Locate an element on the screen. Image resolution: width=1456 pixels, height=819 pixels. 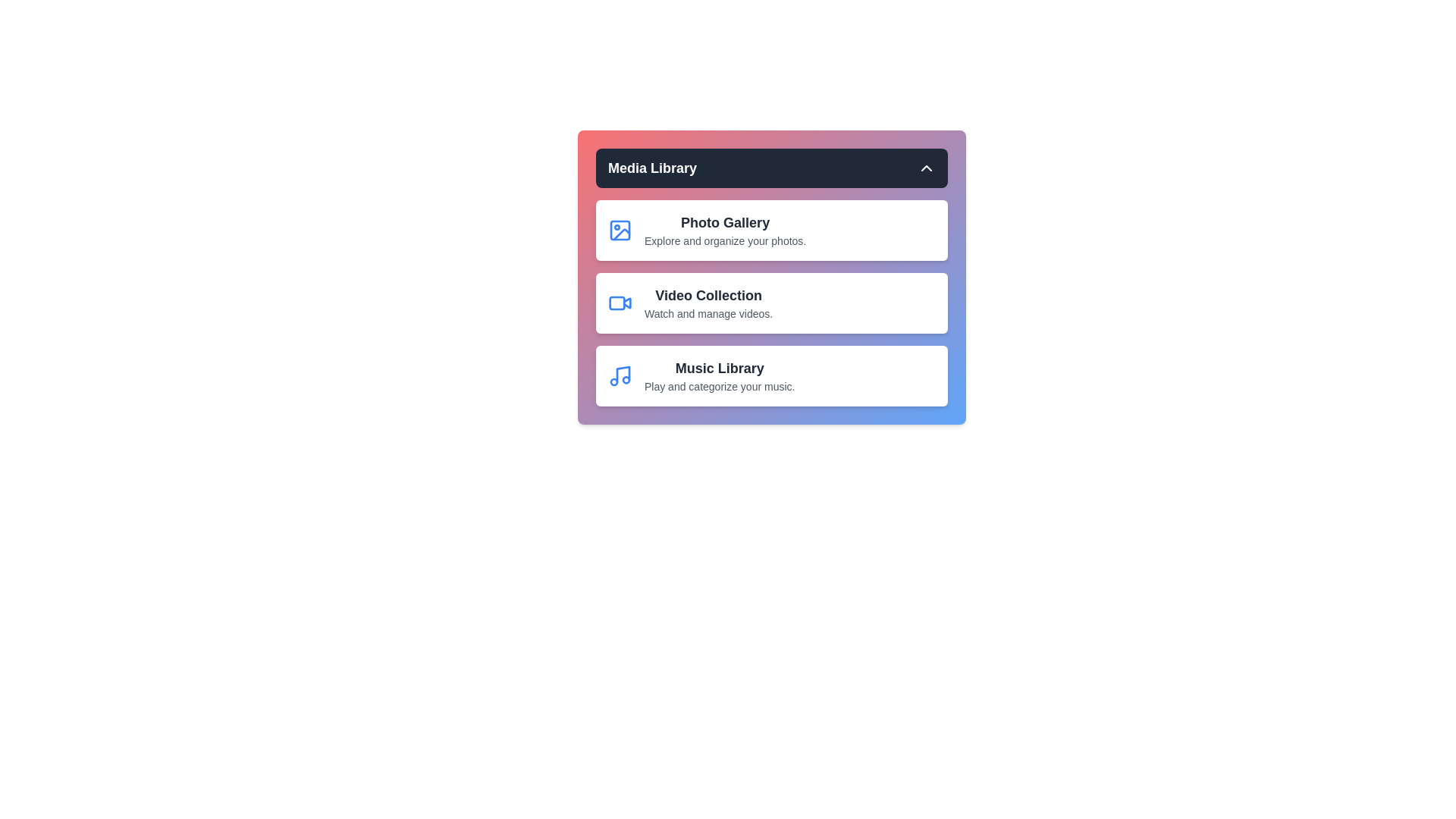
the description text of the Photo Gallery section to select it is located at coordinates (723, 240).